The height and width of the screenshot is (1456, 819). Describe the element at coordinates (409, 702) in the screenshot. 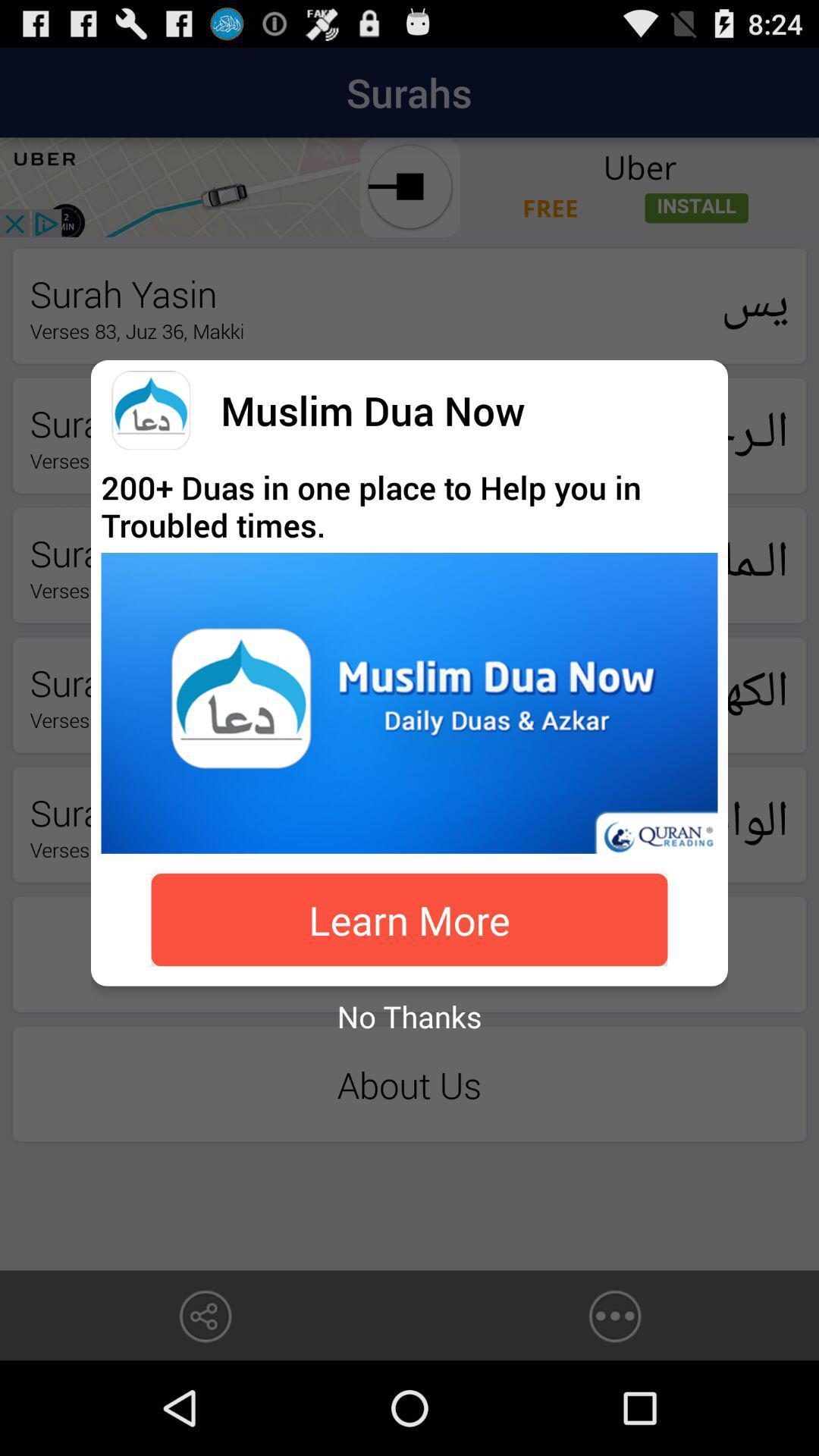

I see `quran reading` at that location.